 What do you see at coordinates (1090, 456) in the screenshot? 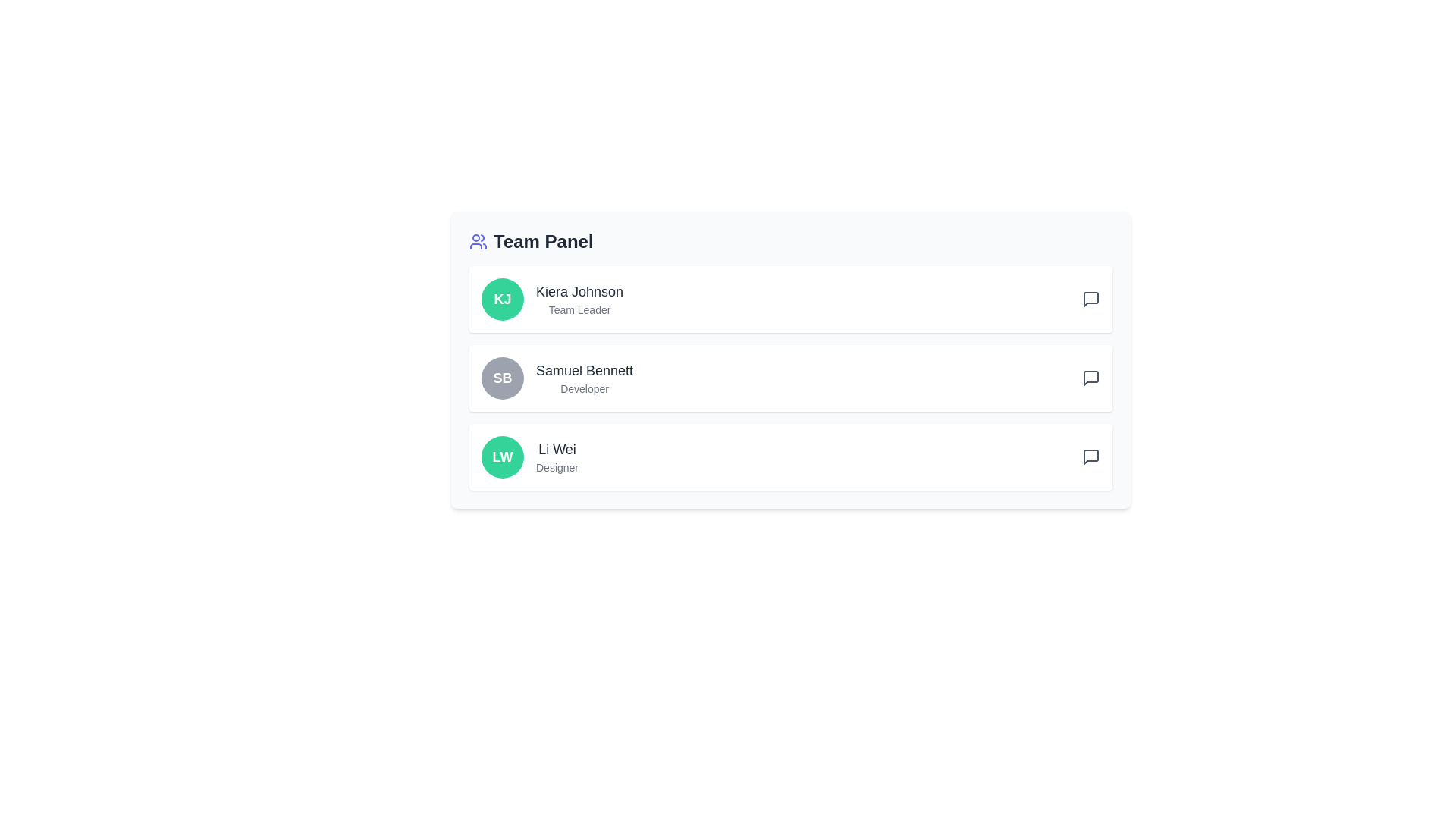
I see `the interactive icon button located at the right end of the user card for 'Li Wei'` at bounding box center [1090, 456].